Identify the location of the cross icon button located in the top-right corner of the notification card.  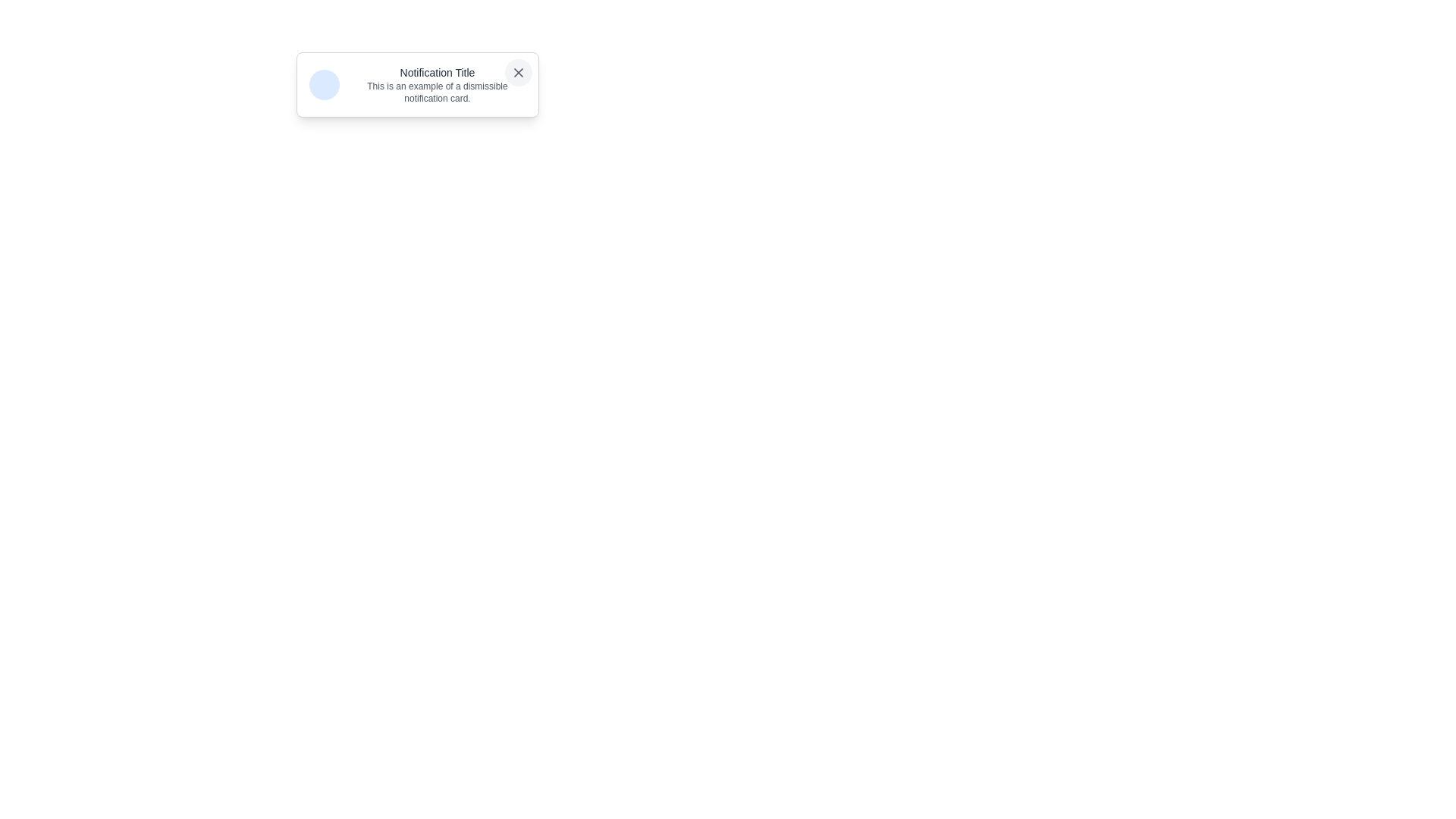
(519, 73).